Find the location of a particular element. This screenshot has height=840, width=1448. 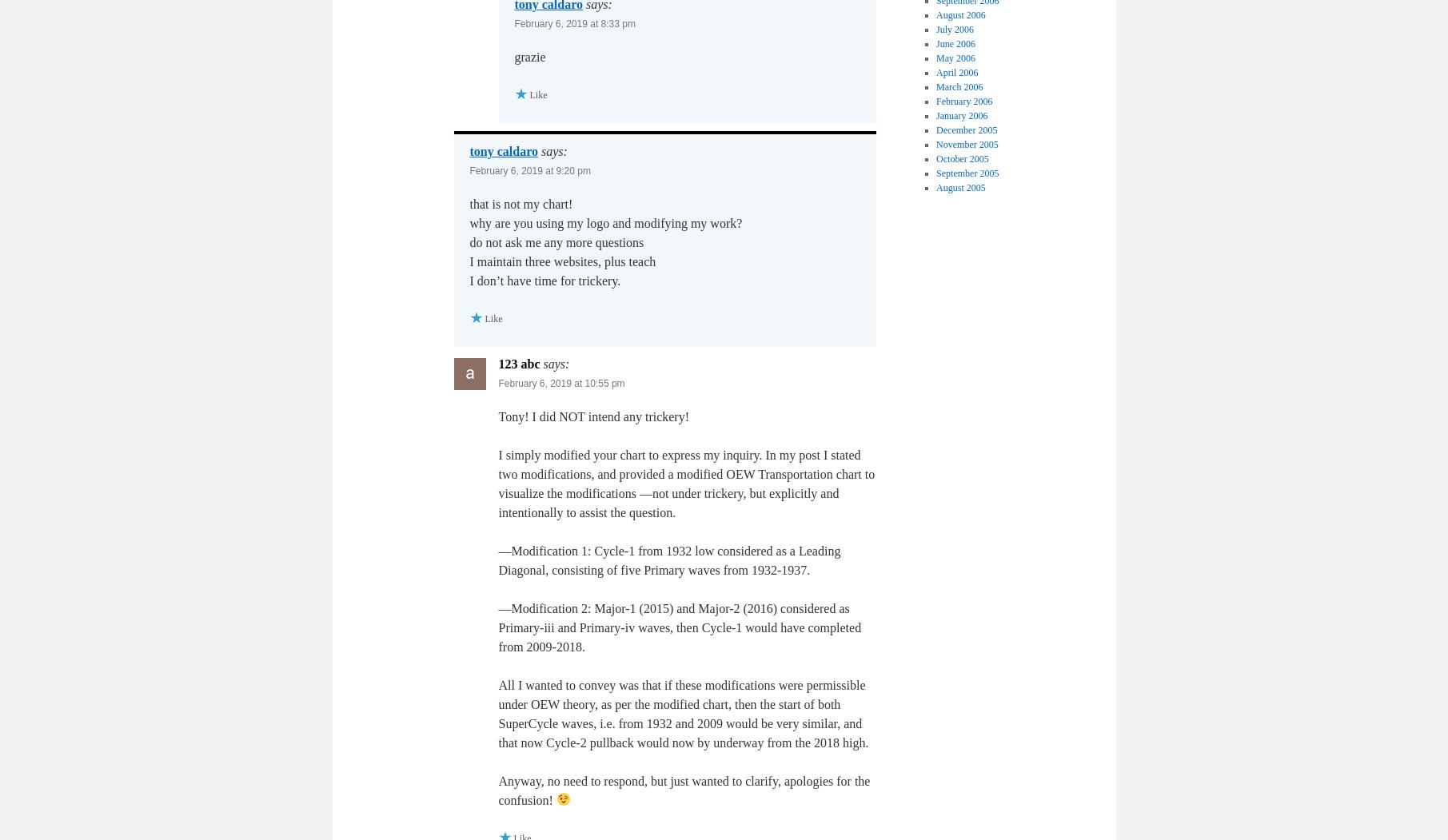

'—Modification 1: Cycle-1 from 1932 low considered as a Leading Diagonal, consisting of five Primary waves from 1932-1937.' is located at coordinates (669, 559).